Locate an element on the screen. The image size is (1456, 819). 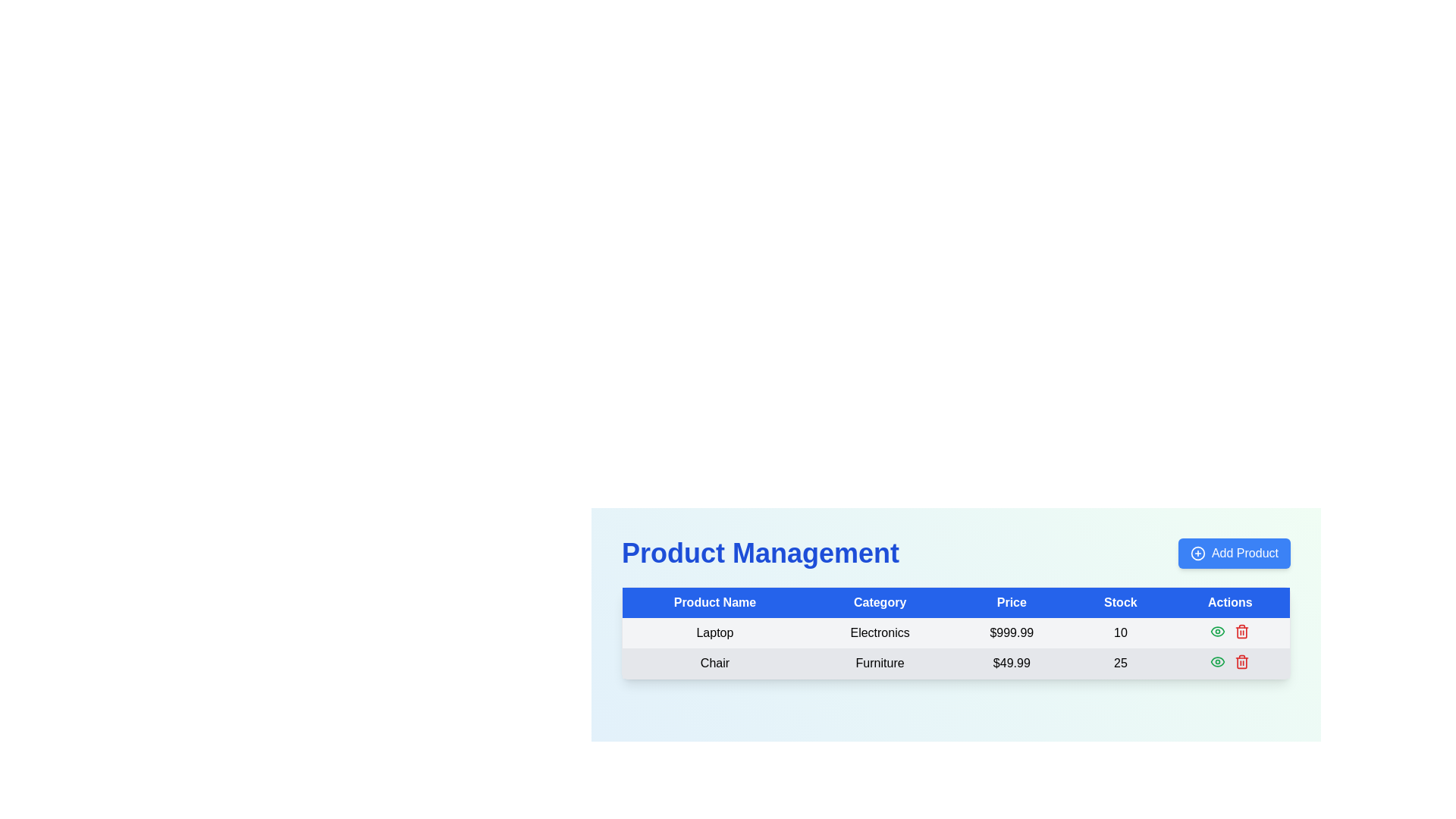
the trash bin icon, which is the second figure in the trash icon group located in the 'Actions' column of the table, to perform a delete action if it is actionable is located at coordinates (1241, 632).